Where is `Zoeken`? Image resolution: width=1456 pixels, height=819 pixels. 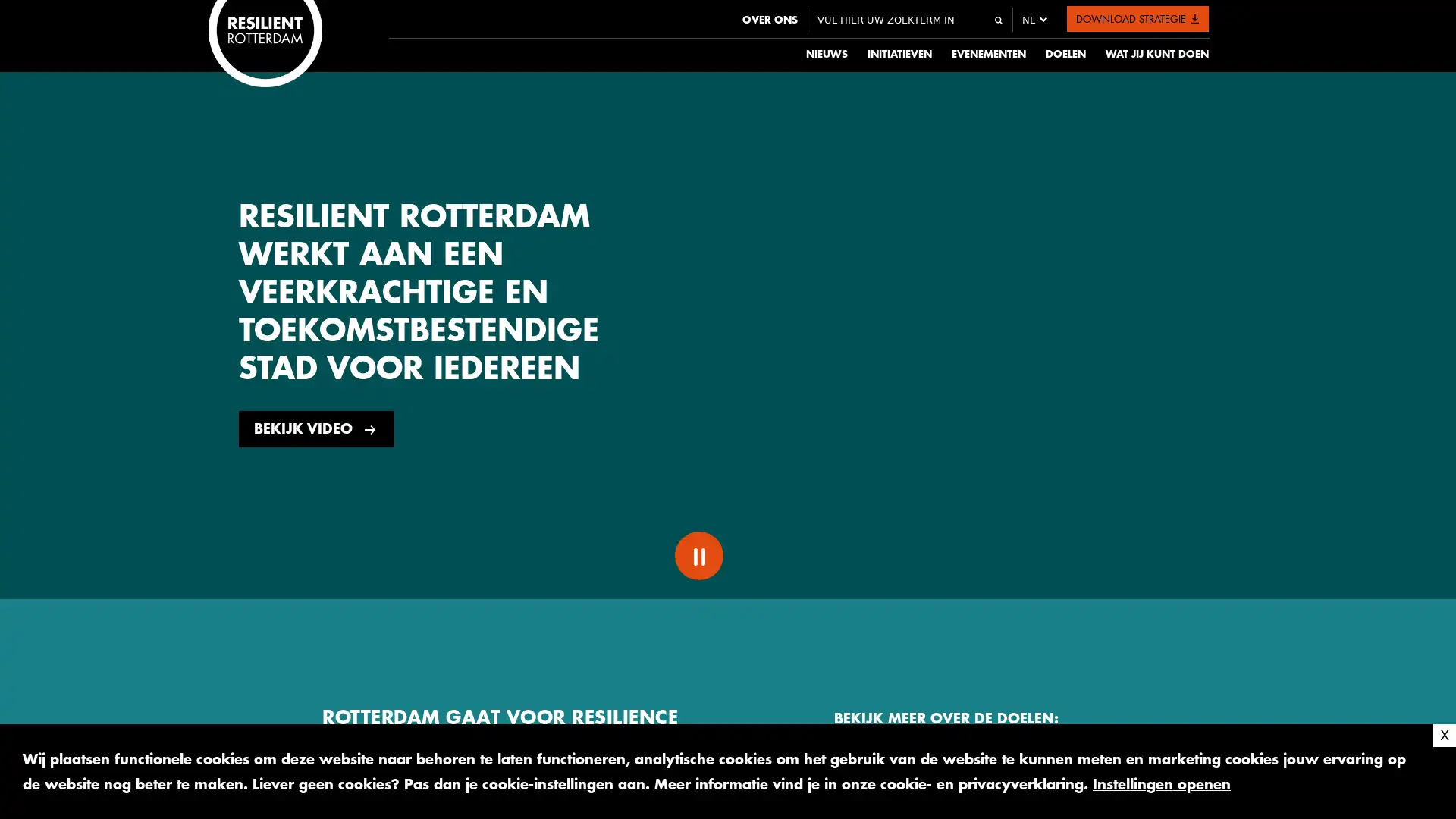
Zoeken is located at coordinates (997, 20).